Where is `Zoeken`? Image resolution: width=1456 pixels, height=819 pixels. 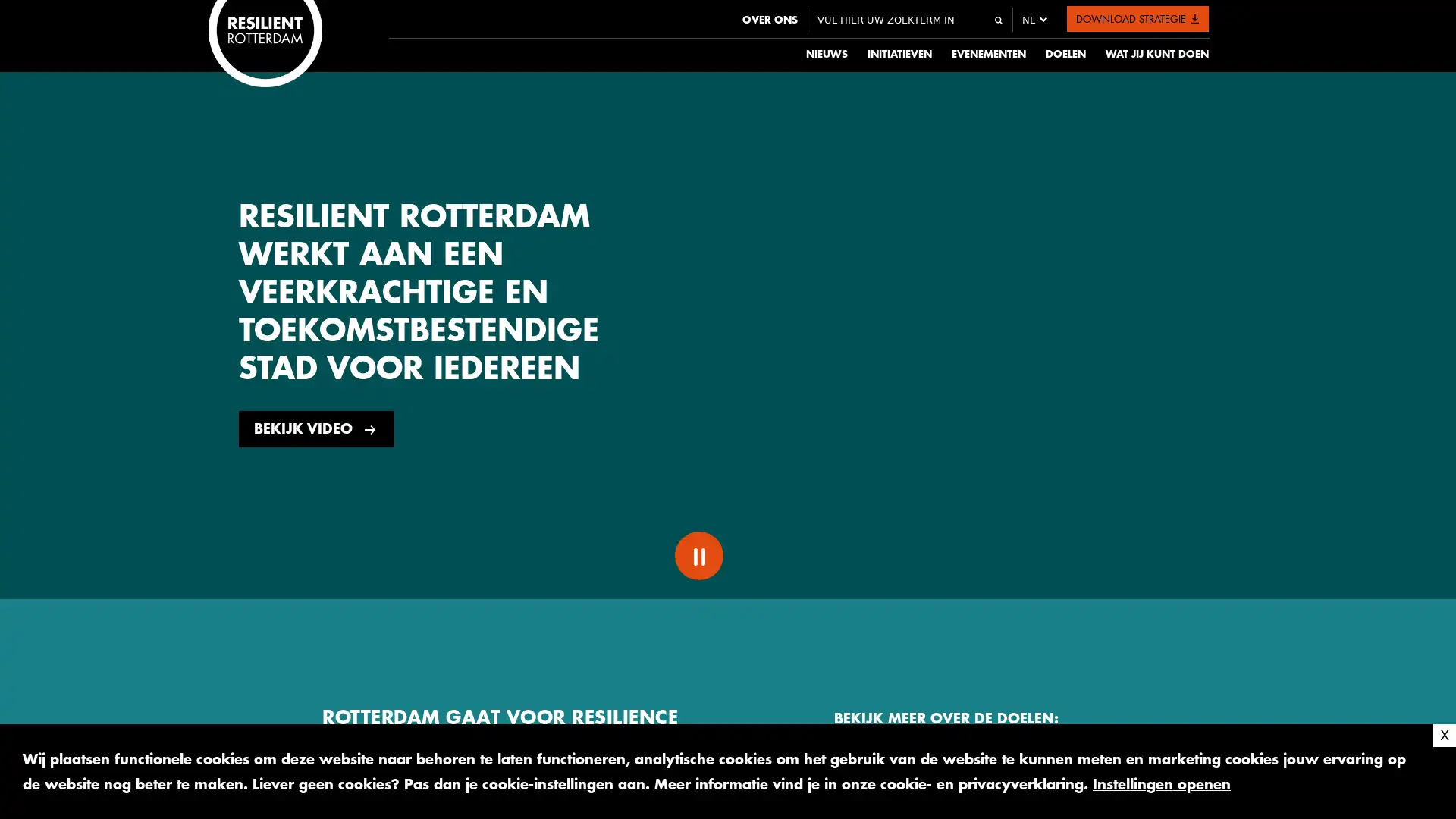
Zoeken is located at coordinates (997, 20).